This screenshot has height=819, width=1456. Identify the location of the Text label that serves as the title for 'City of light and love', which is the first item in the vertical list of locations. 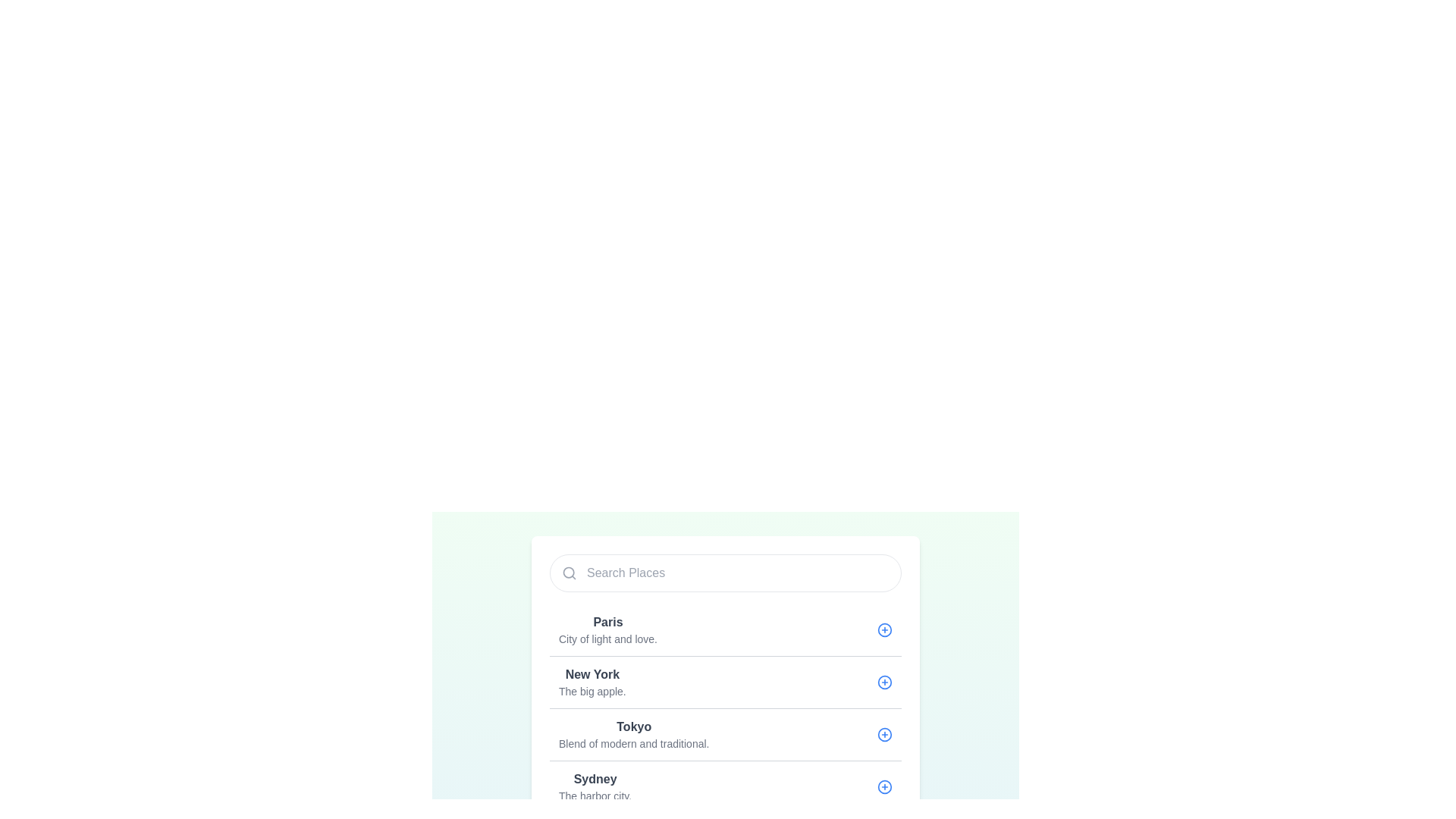
(607, 623).